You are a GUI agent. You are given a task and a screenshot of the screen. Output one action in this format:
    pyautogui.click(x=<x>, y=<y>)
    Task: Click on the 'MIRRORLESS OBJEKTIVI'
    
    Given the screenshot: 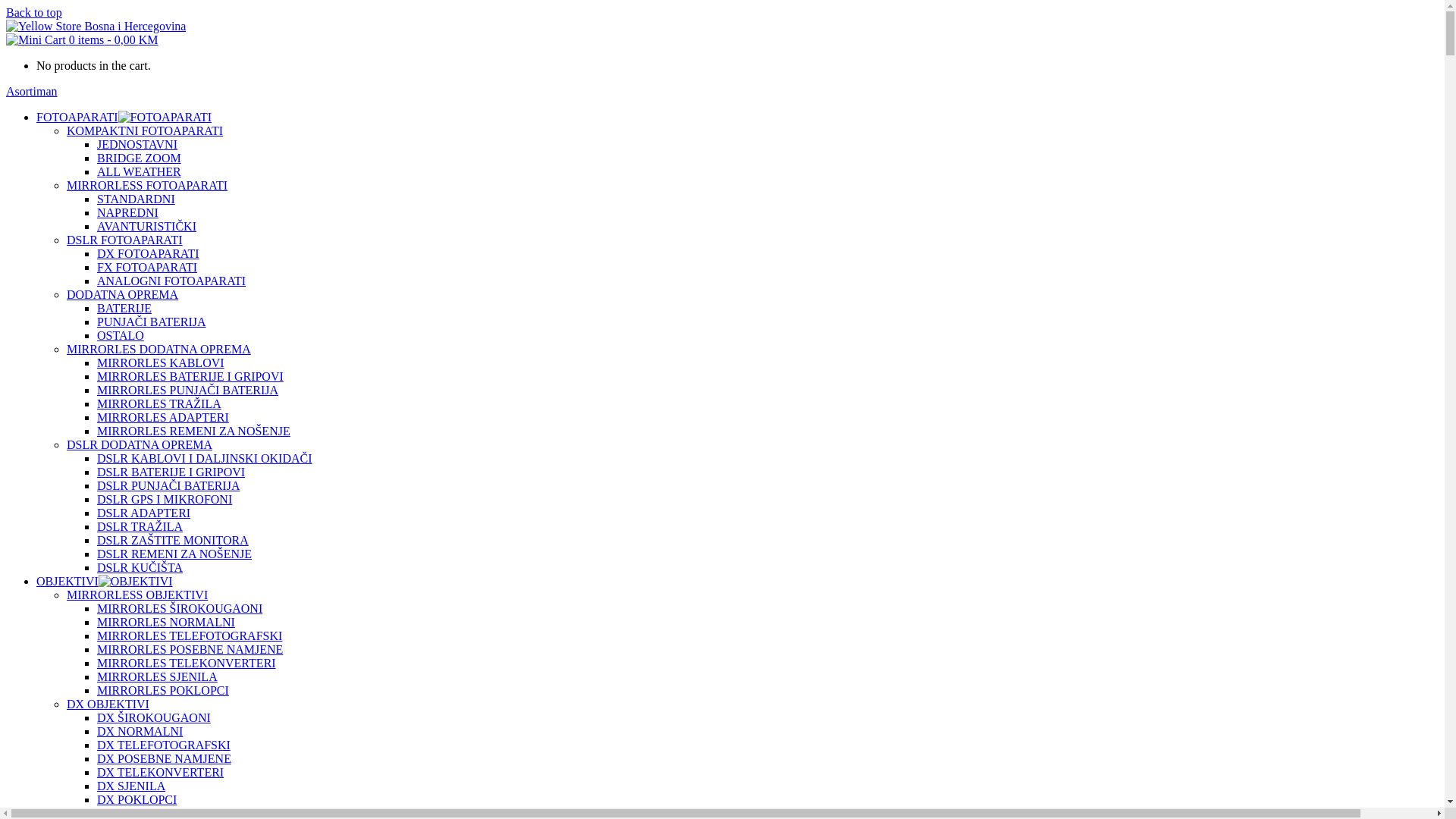 What is the action you would take?
    pyautogui.click(x=65, y=594)
    